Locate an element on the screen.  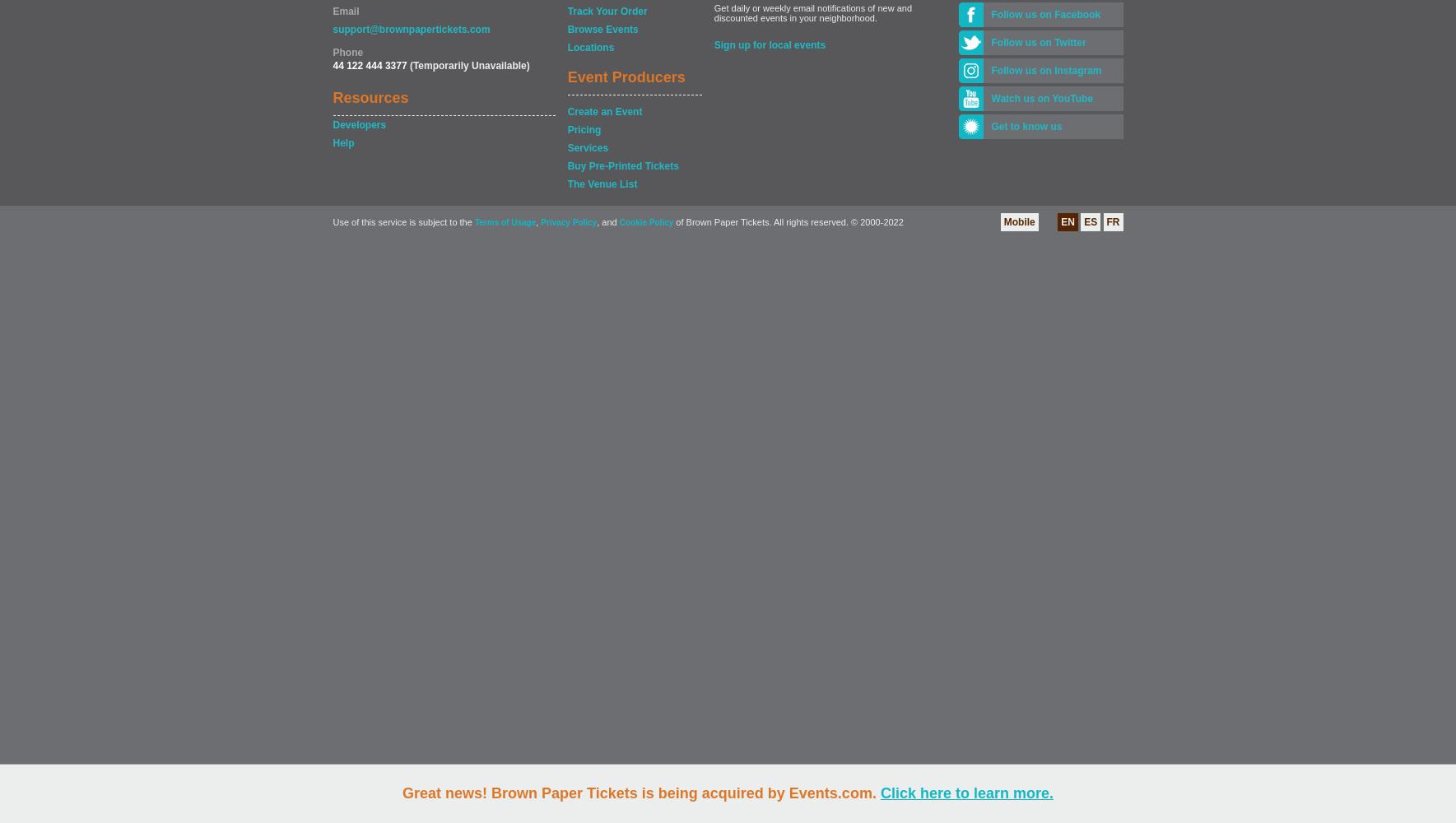
'Locations' is located at coordinates (589, 48).